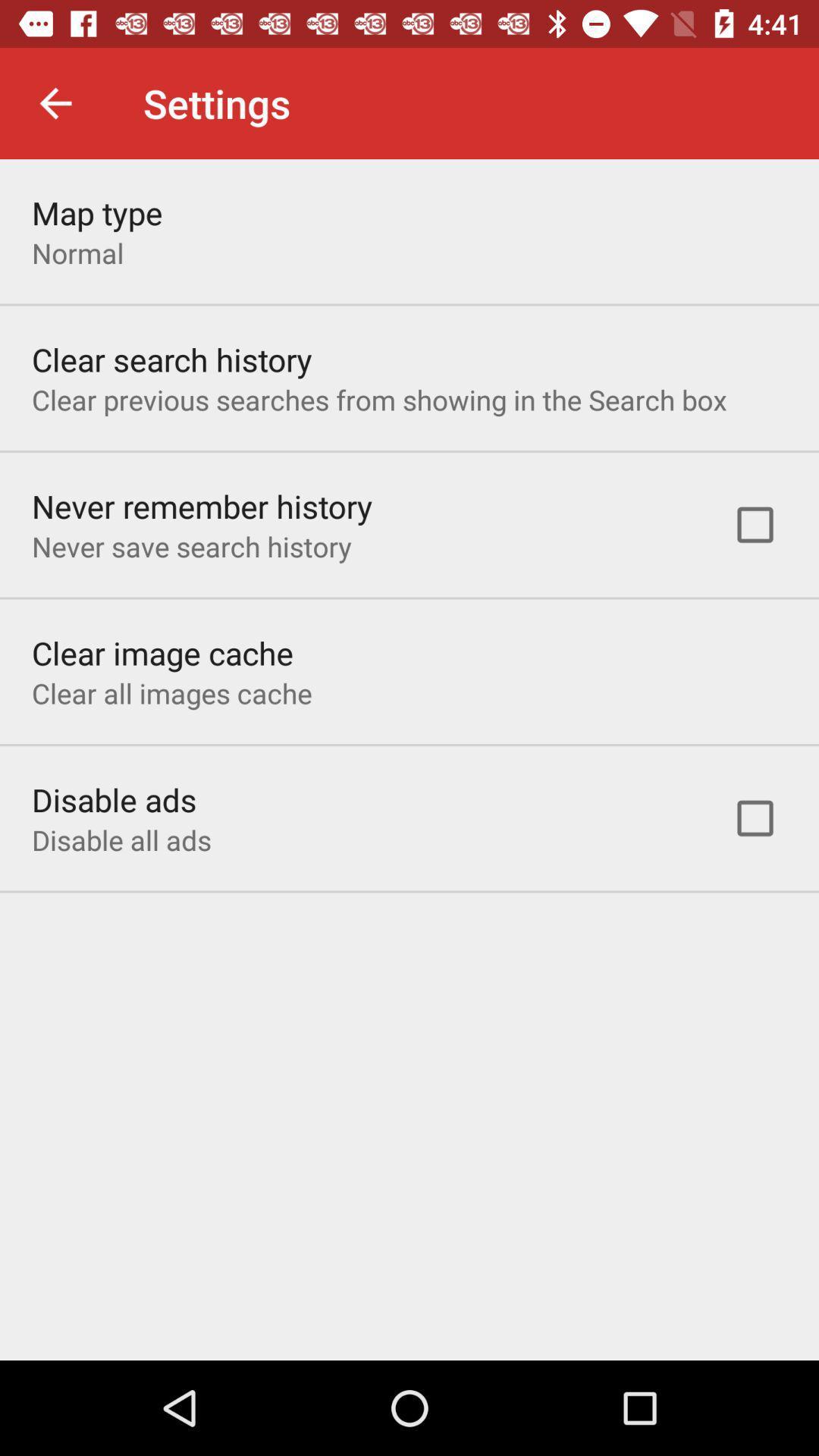 This screenshot has width=819, height=1456. Describe the element at coordinates (190, 546) in the screenshot. I see `icon below never remember history` at that location.